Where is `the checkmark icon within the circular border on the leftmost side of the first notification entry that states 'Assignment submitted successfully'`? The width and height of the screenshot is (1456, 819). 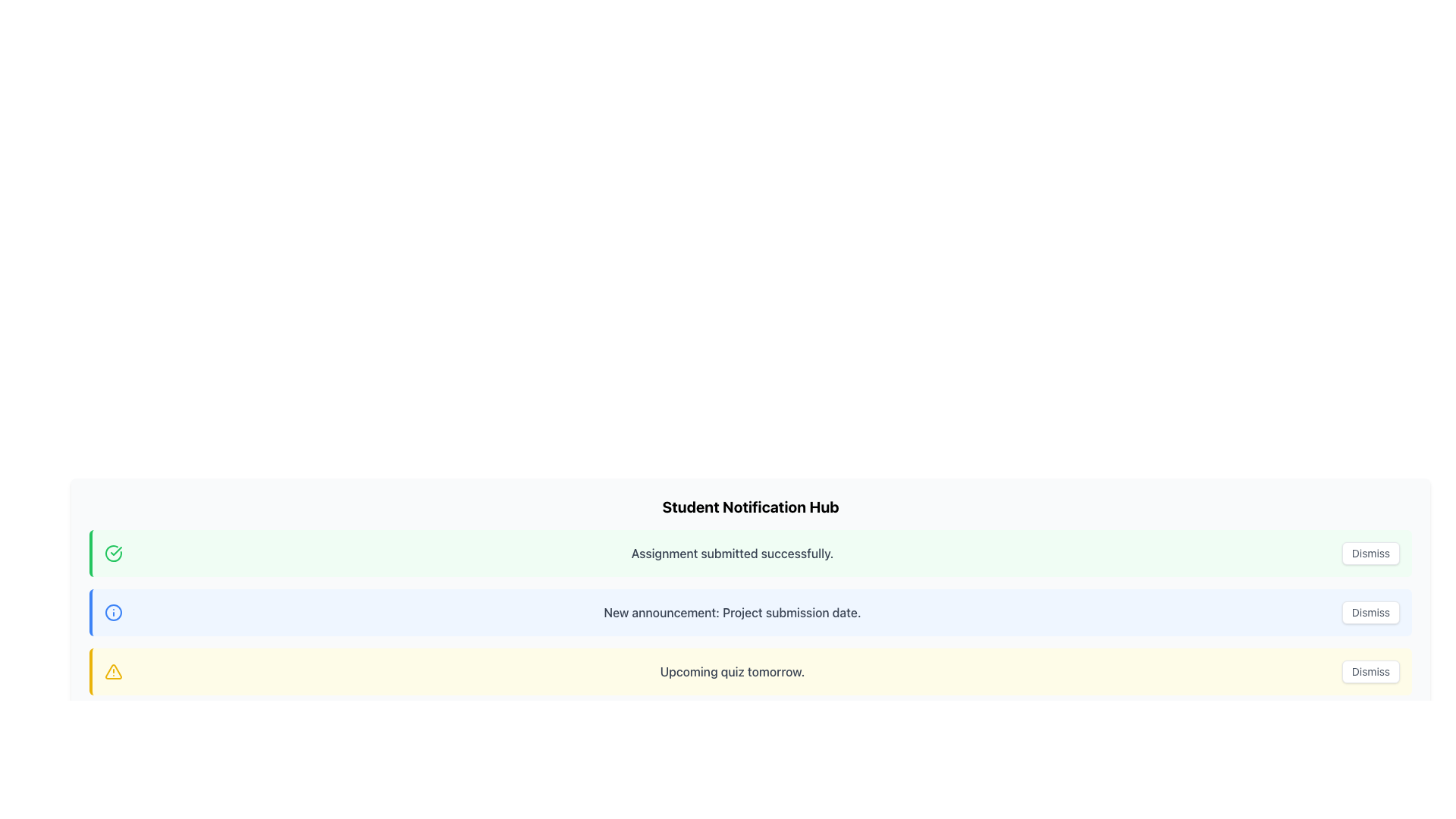 the checkmark icon within the circular border on the leftmost side of the first notification entry that states 'Assignment submitted successfully' is located at coordinates (115, 551).